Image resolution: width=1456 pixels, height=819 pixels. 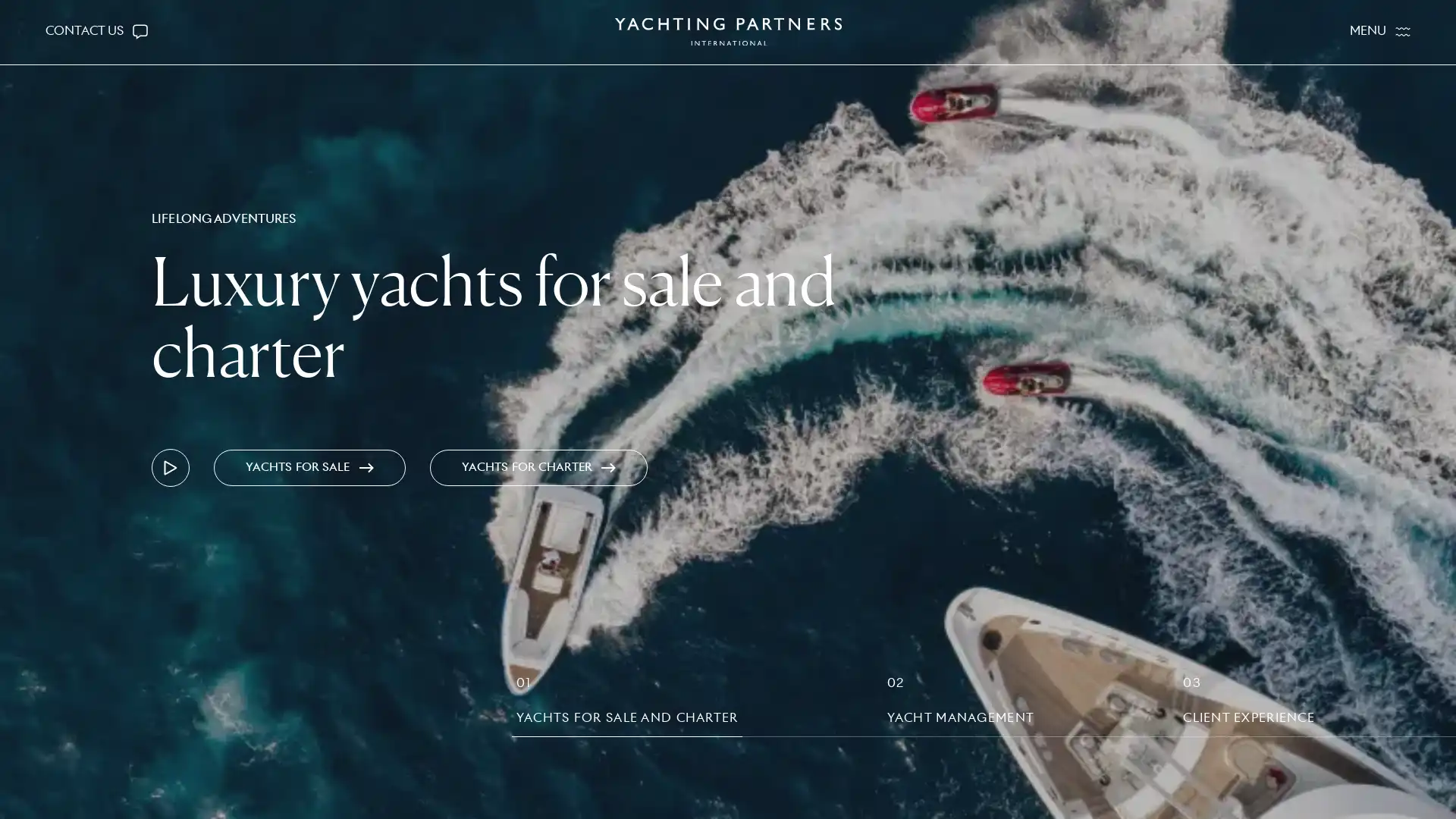 What do you see at coordinates (626, 704) in the screenshot?
I see `01 YACHTS FOR SALE AND CHARTER` at bounding box center [626, 704].